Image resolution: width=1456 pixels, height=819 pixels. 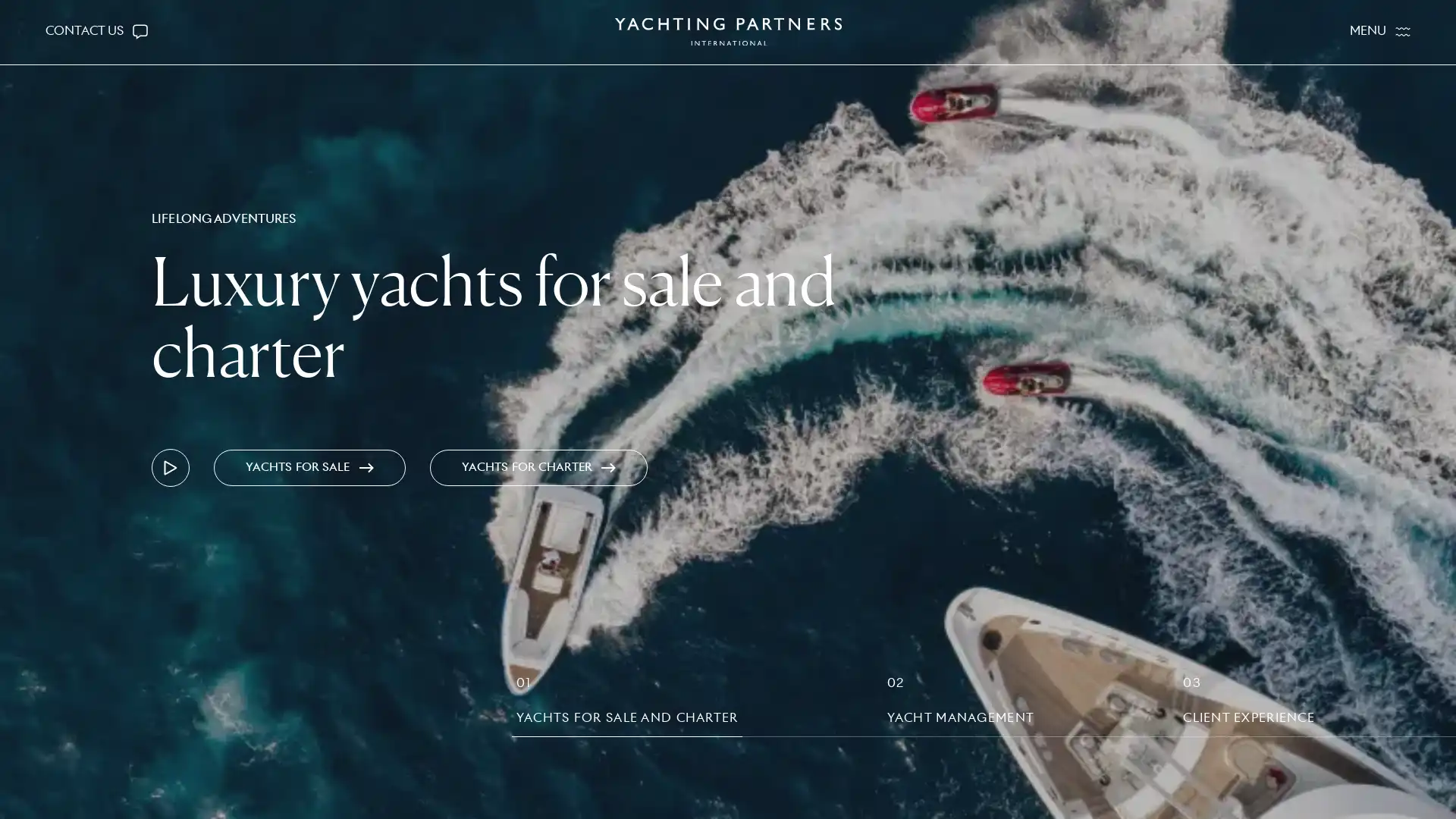 What do you see at coordinates (626, 704) in the screenshot?
I see `01 YACHTS FOR SALE AND CHARTER` at bounding box center [626, 704].